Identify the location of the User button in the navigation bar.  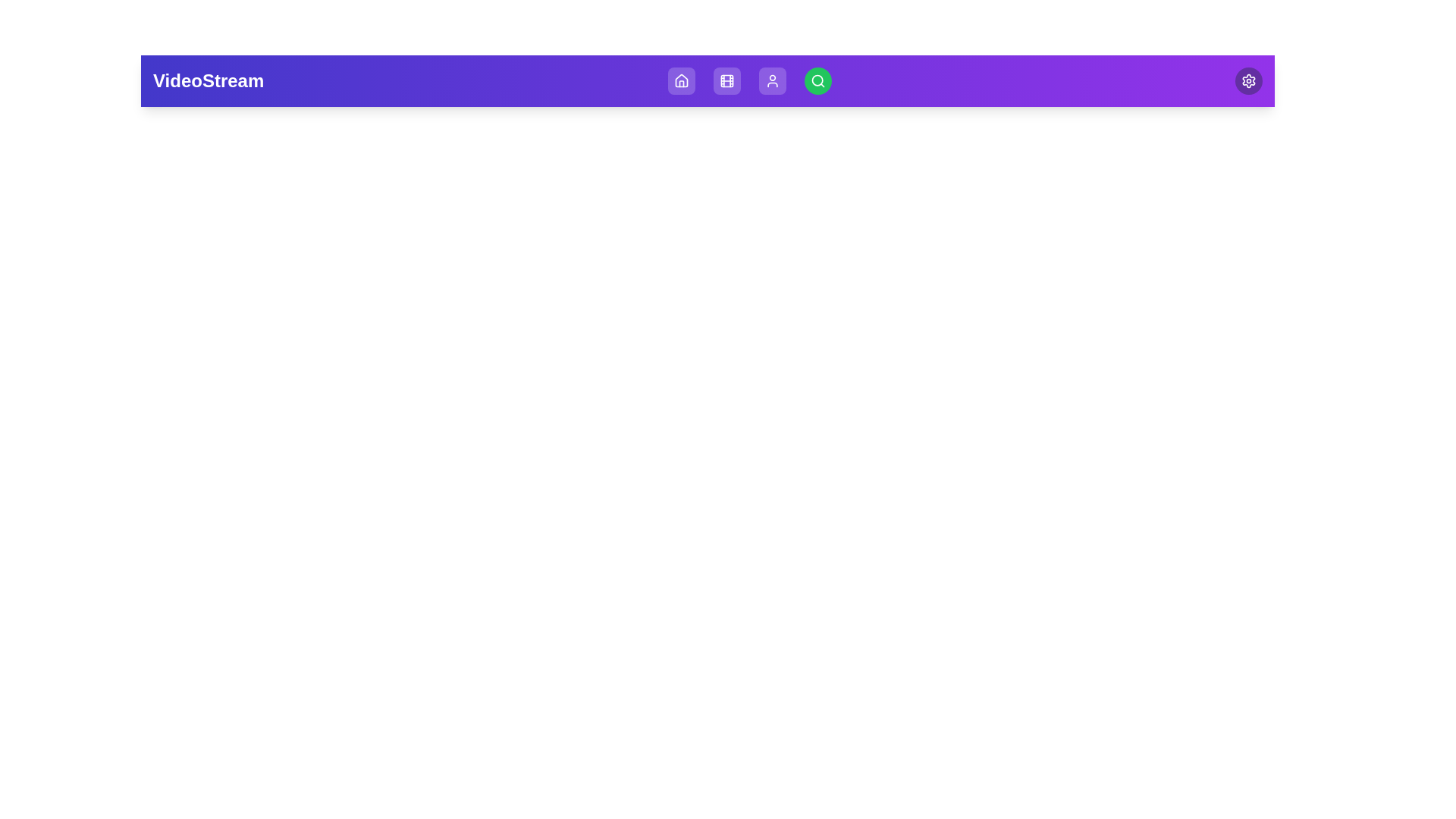
(772, 81).